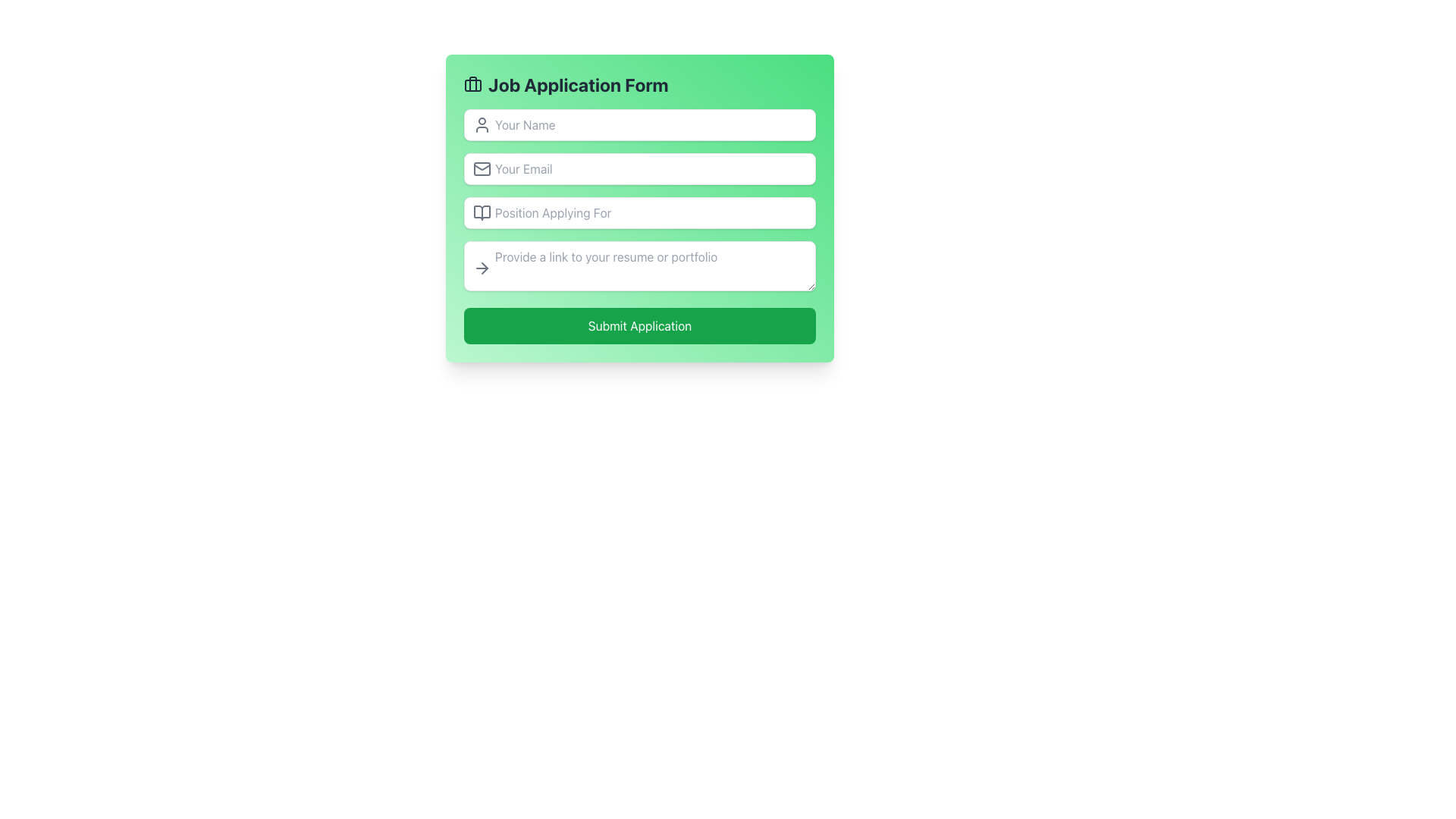  Describe the element at coordinates (640, 265) in the screenshot. I see `the text input field for entering a URL linking to the resume or portfolio` at that location.